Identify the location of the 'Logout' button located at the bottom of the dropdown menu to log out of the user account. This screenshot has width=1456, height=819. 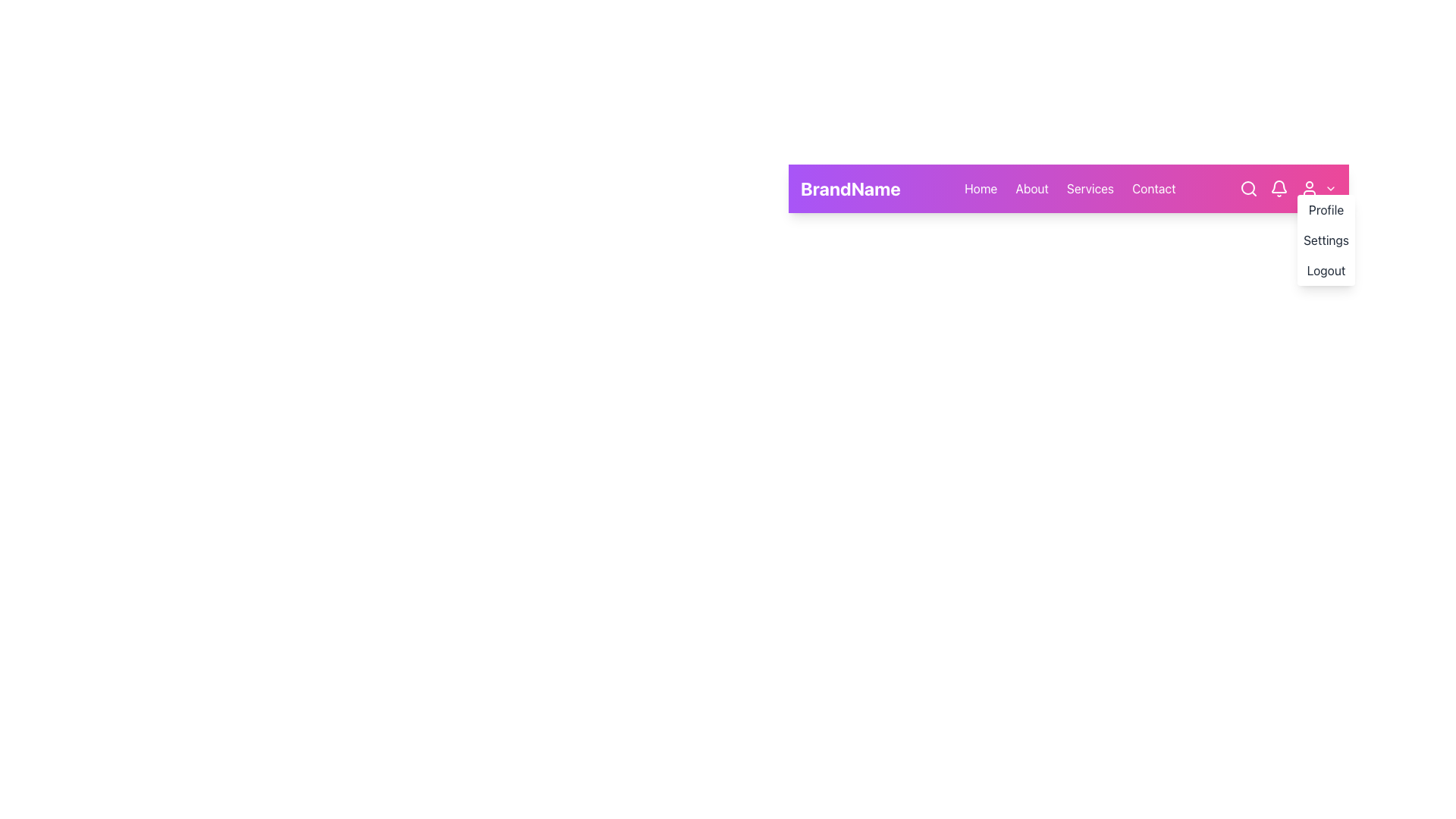
(1326, 270).